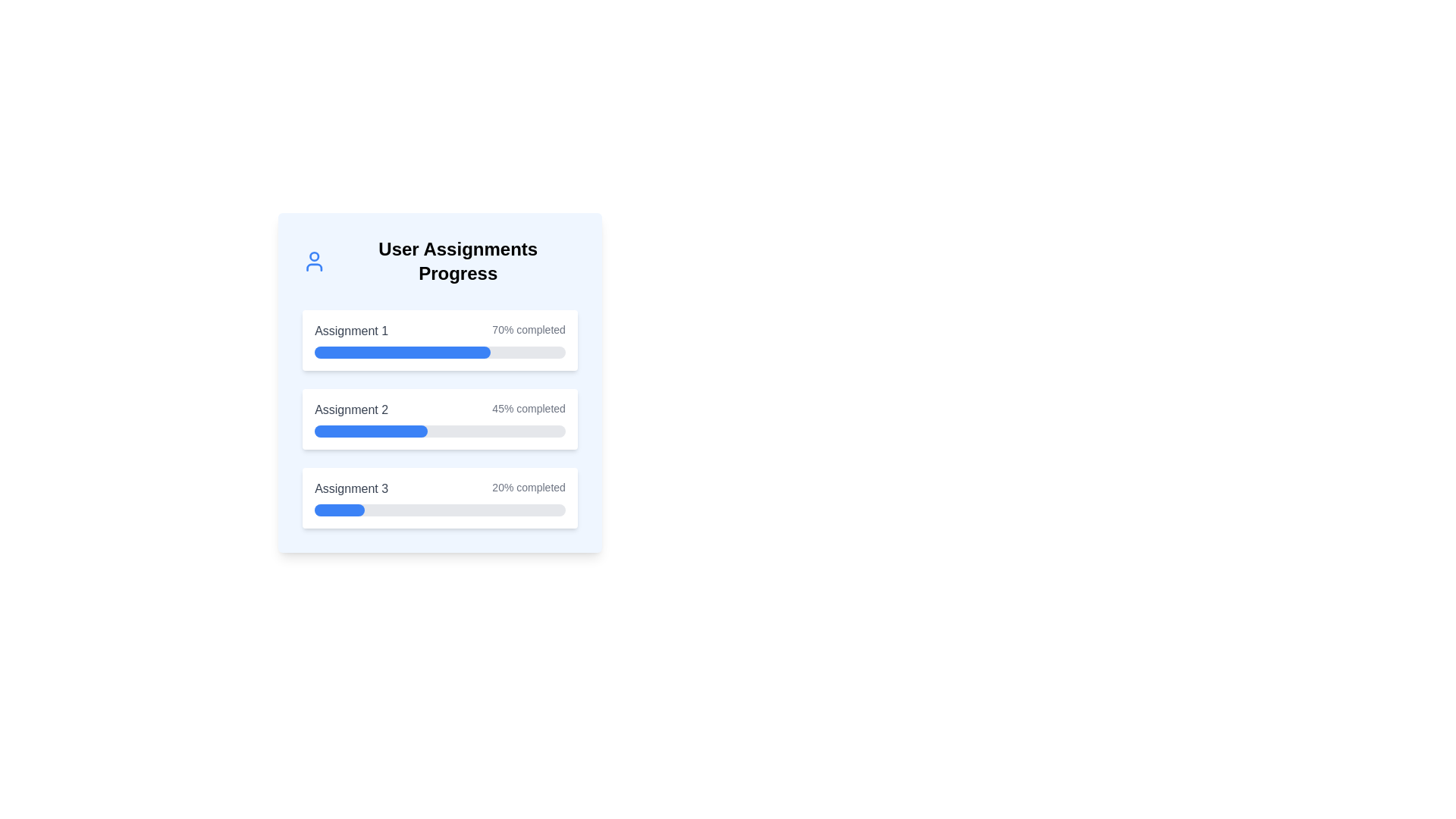  What do you see at coordinates (371, 431) in the screenshot?
I see `the filled part of the progress bar for 'Assignment 2'` at bounding box center [371, 431].